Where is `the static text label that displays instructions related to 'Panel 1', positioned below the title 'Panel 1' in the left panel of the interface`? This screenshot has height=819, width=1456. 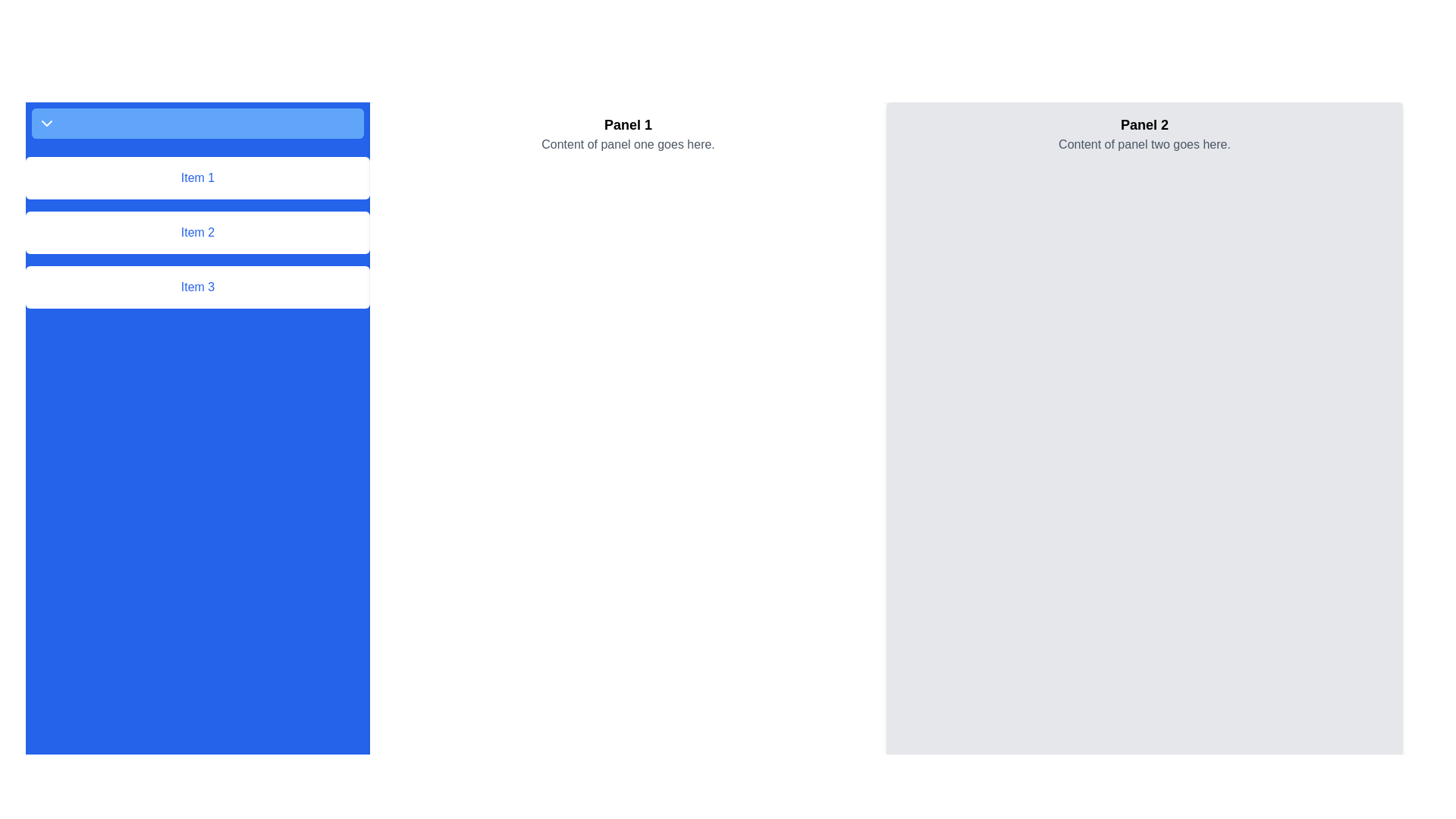 the static text label that displays instructions related to 'Panel 1', positioned below the title 'Panel 1' in the left panel of the interface is located at coordinates (628, 145).